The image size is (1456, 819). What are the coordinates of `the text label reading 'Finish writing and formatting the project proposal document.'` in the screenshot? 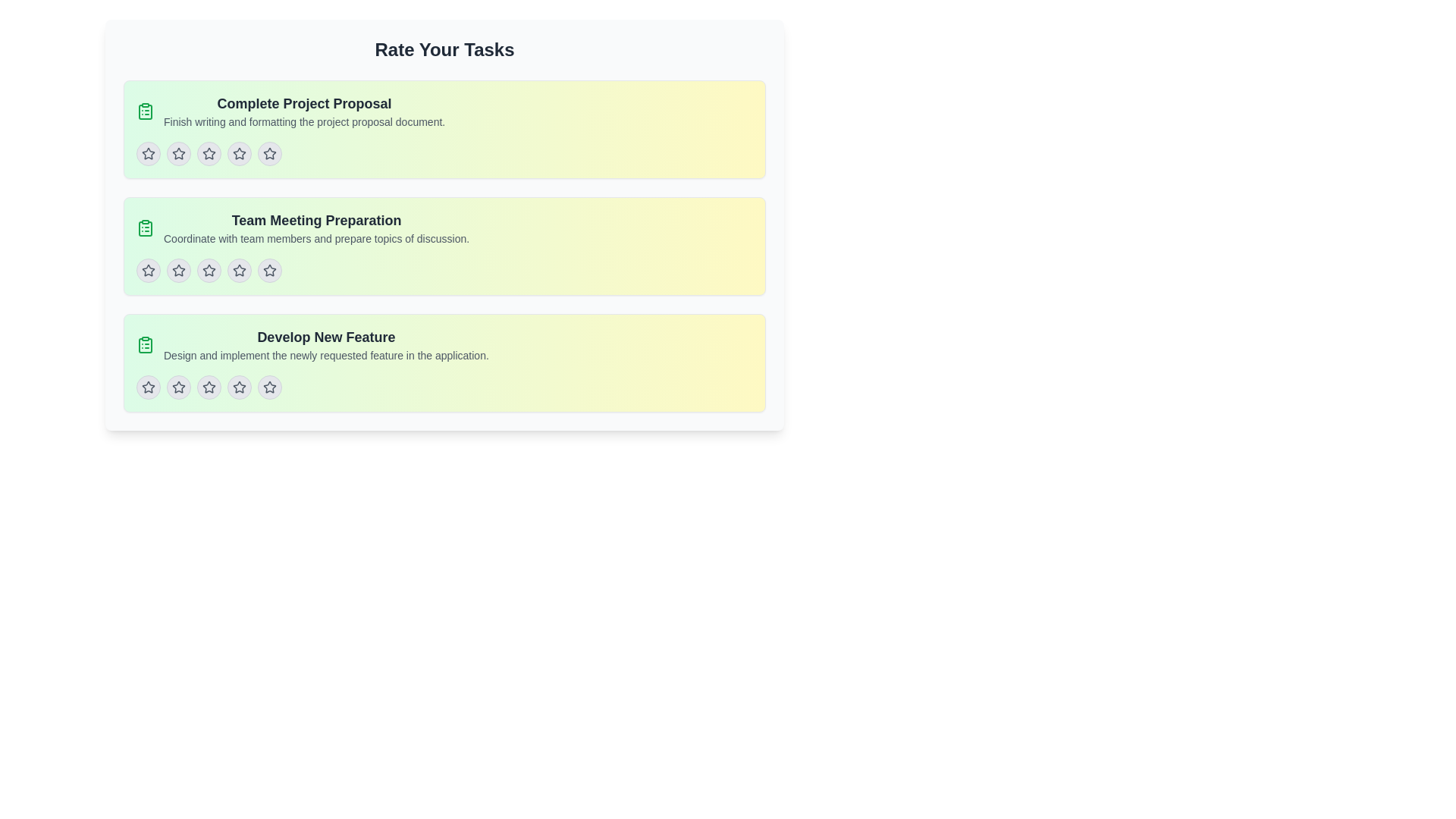 It's located at (303, 121).